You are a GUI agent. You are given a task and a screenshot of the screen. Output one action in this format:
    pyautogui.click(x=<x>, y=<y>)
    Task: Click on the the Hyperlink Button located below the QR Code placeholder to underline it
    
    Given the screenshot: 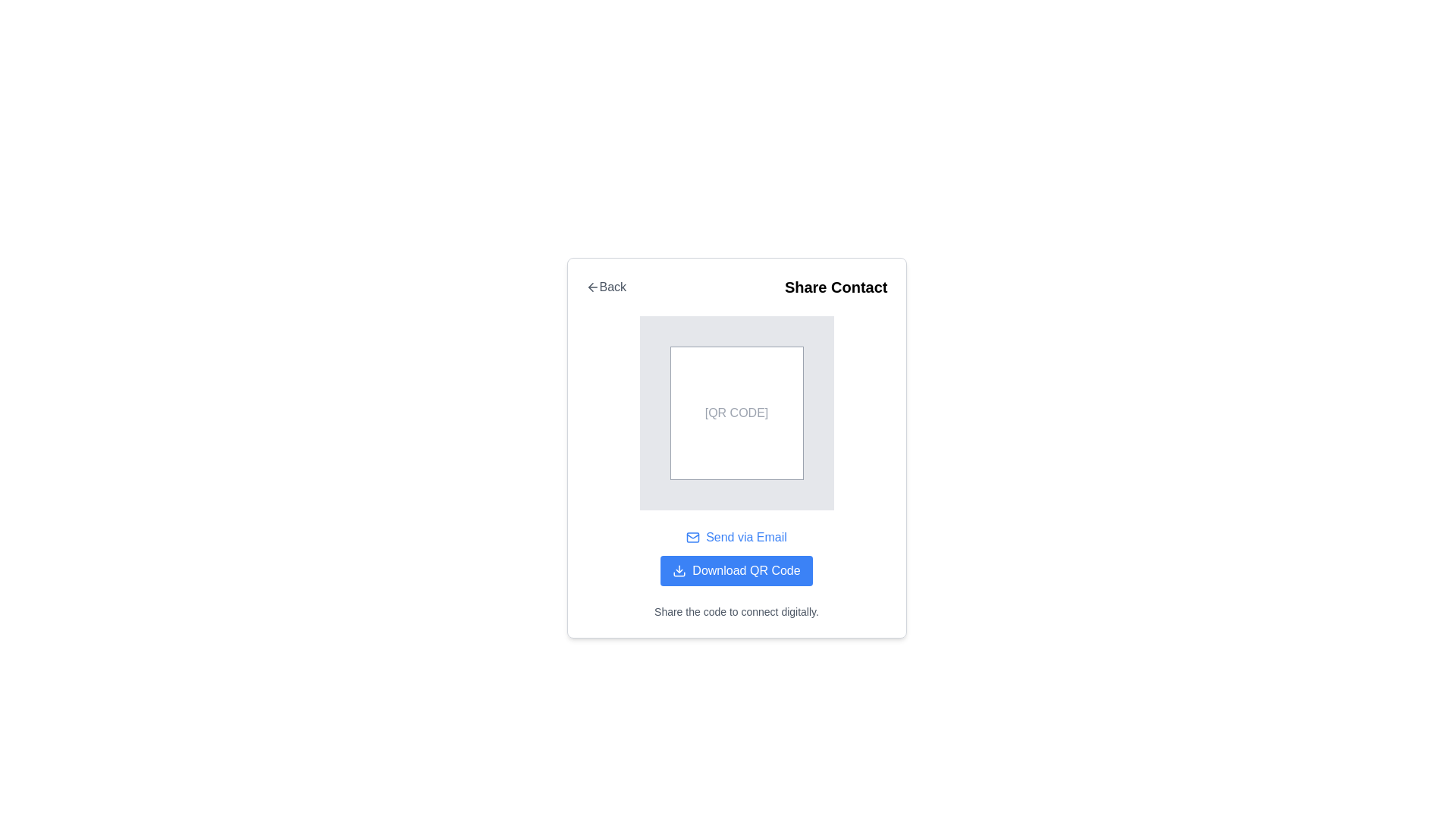 What is the action you would take?
    pyautogui.click(x=736, y=537)
    